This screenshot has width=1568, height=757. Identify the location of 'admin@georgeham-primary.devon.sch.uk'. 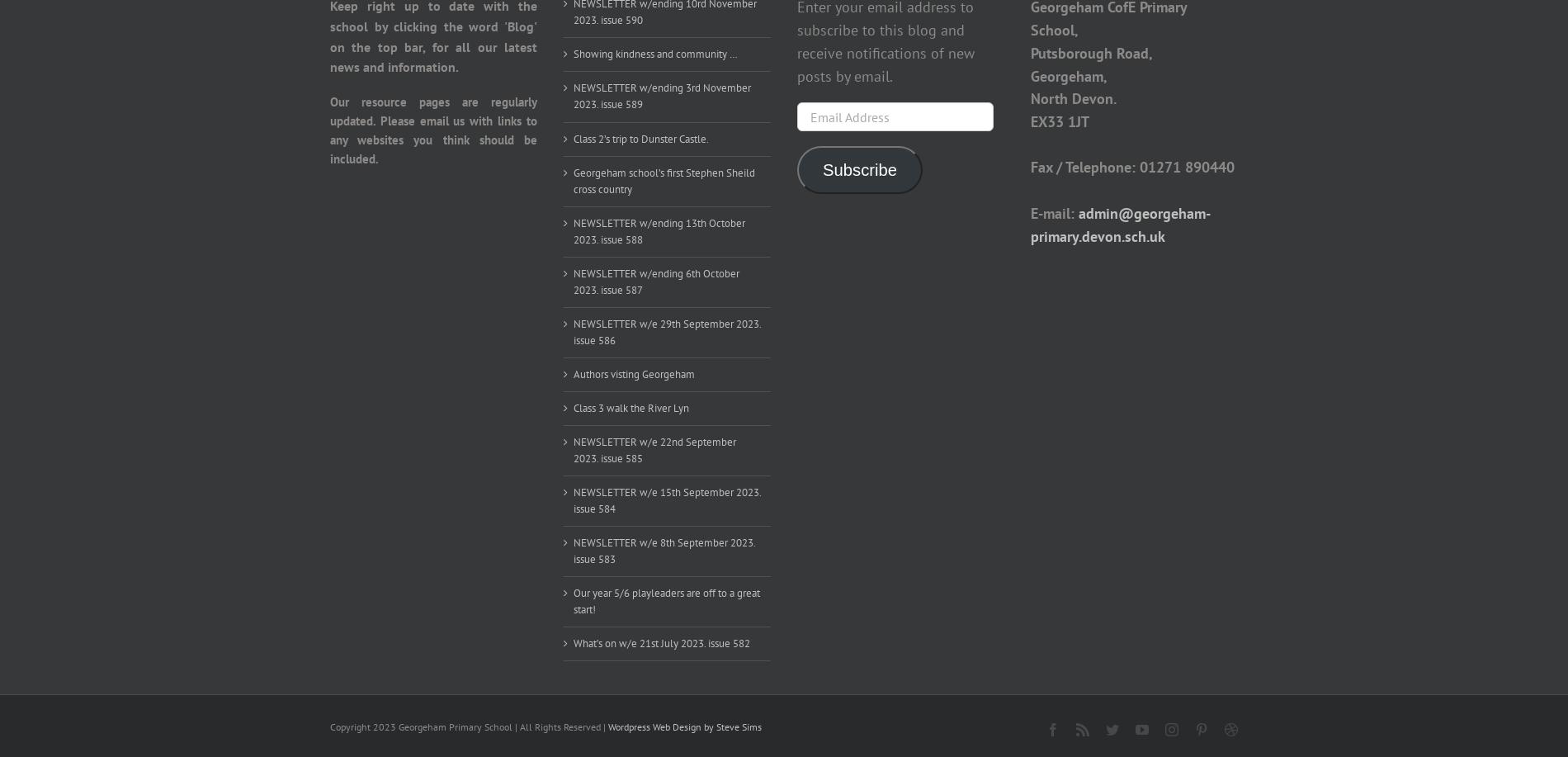
(1119, 224).